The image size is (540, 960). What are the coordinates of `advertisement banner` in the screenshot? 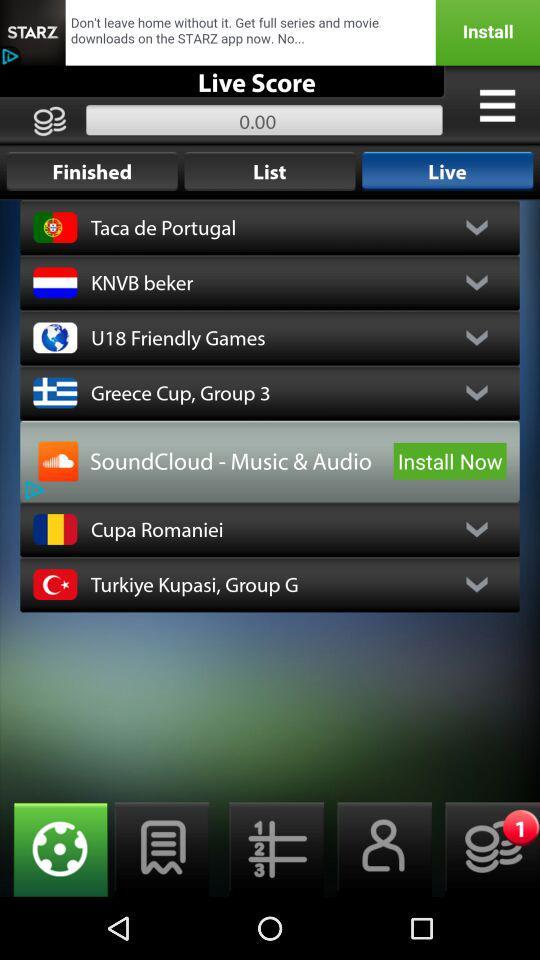 It's located at (270, 31).